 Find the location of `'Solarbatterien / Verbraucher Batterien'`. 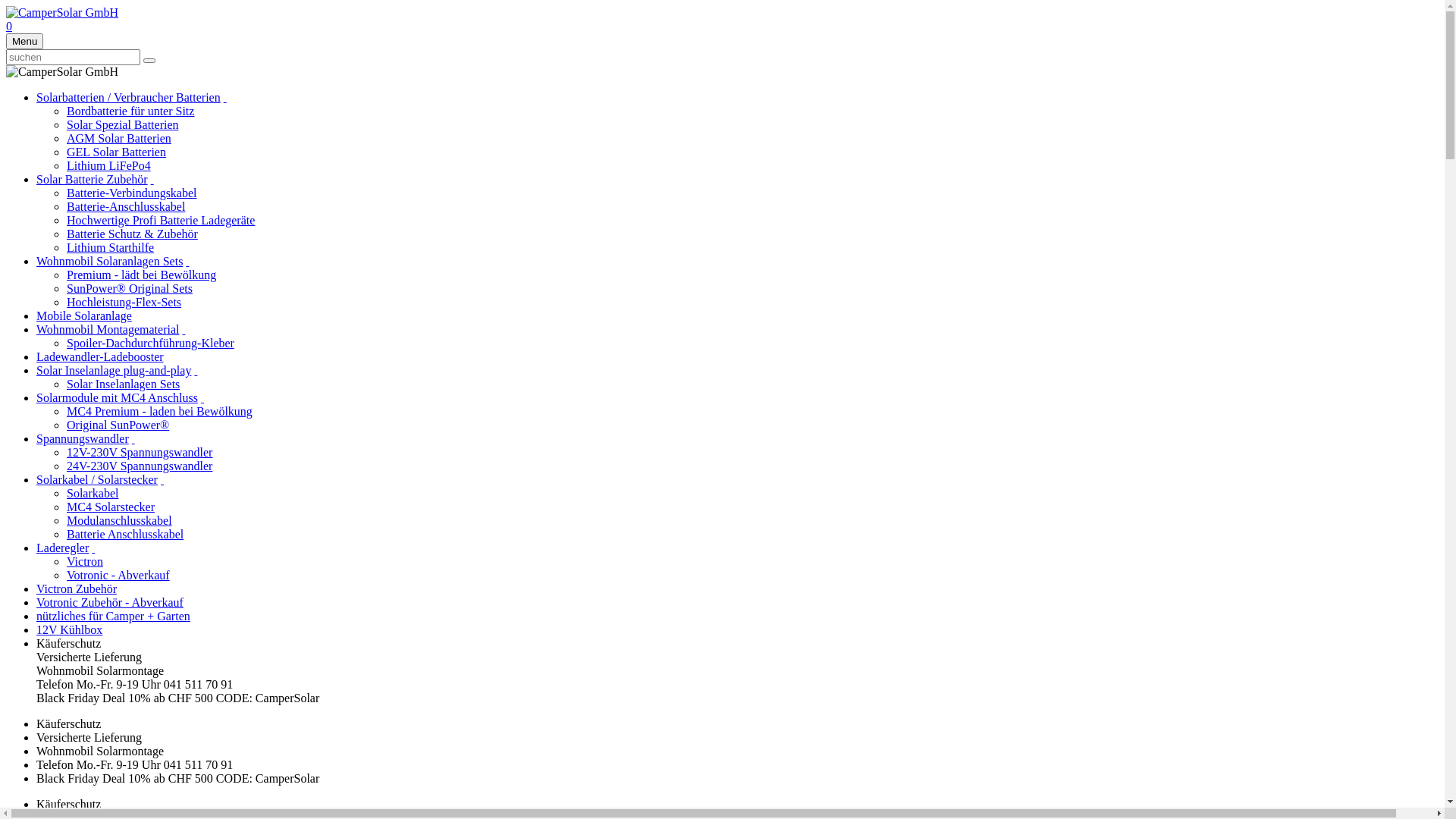

'Solarbatterien / Verbraucher Batterien' is located at coordinates (128, 97).